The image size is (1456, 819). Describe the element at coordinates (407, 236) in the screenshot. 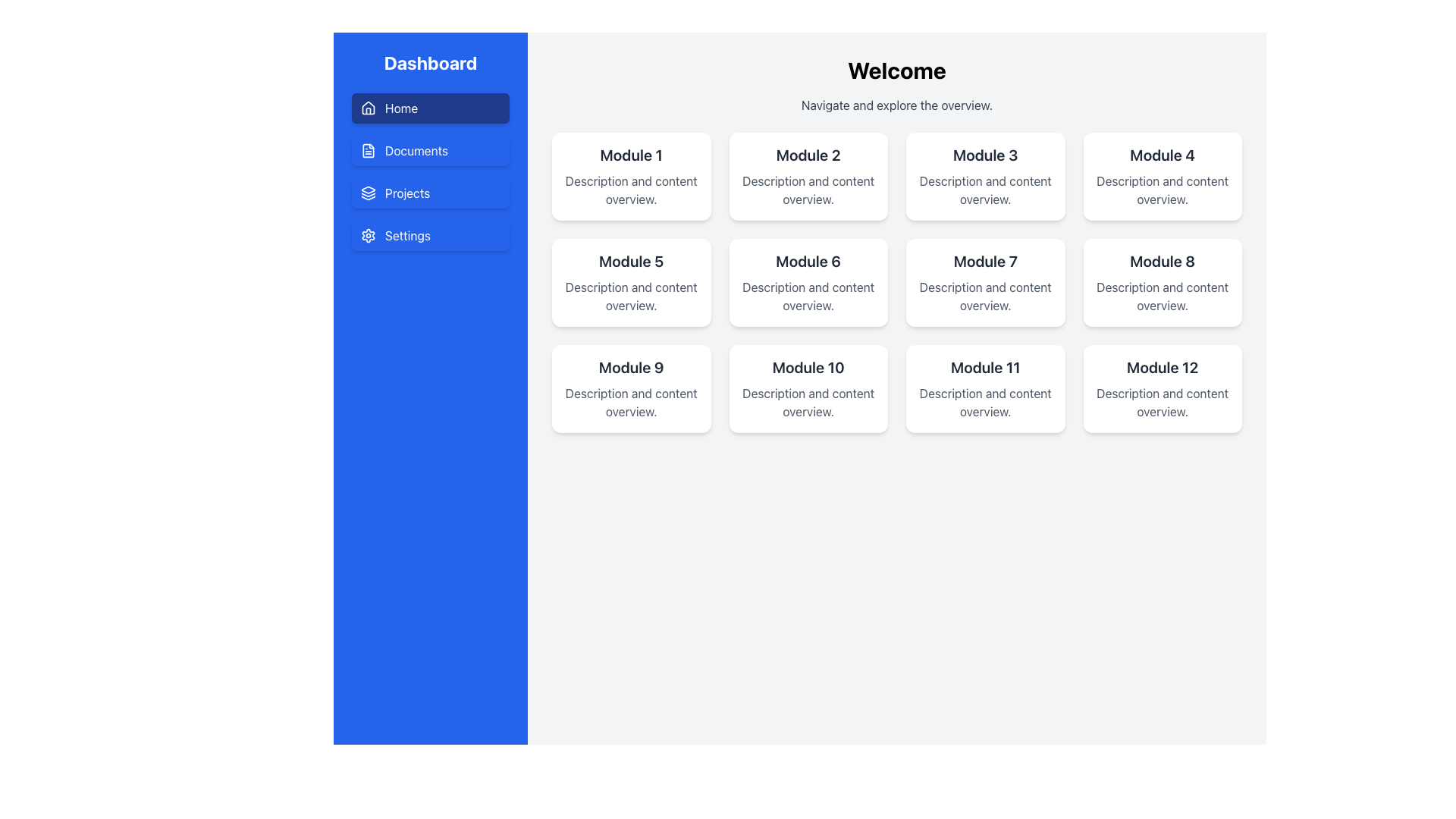

I see `the Text Label that indicates the purpose of the navigation item for 'Settings', located in the left side navigation bar, positioned beneath 'Projects'` at that location.